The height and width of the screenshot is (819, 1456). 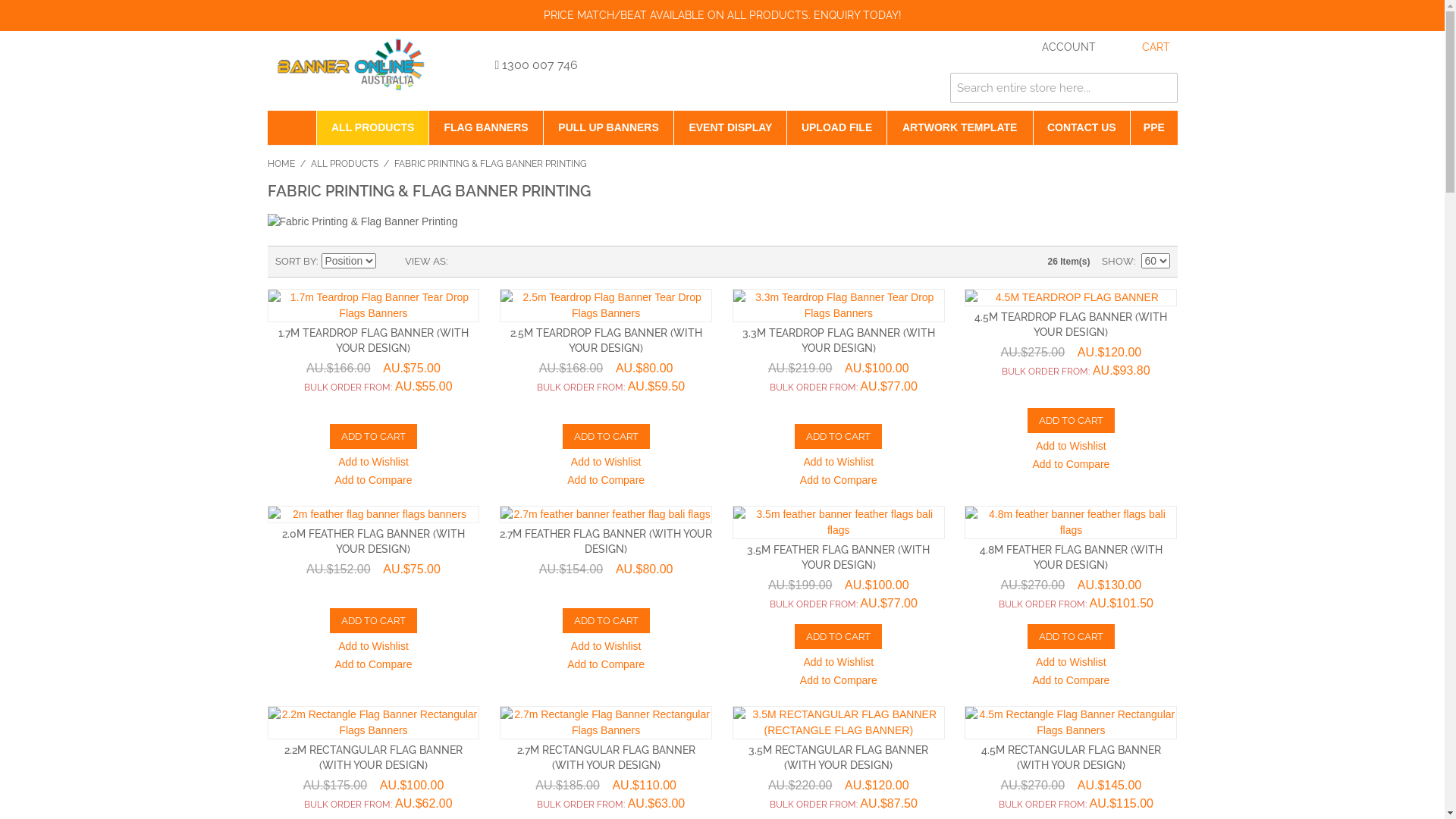 What do you see at coordinates (974, 324) in the screenshot?
I see `'4.5M TEARDROP FLAG BANNER (WITH YOUR DESIGN)'` at bounding box center [974, 324].